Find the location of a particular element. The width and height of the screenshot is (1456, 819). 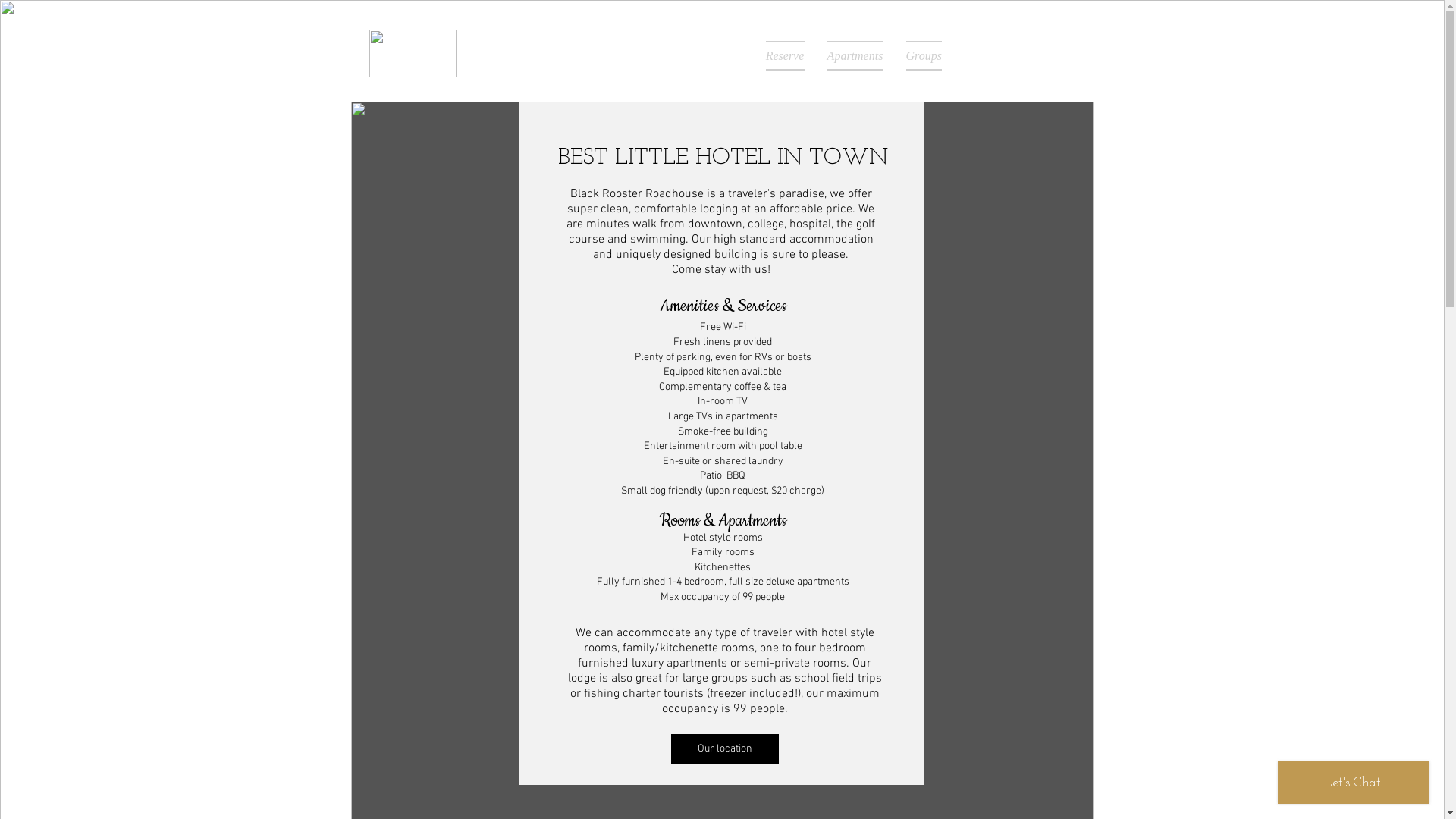

'Apartments' is located at coordinates (814, 55).